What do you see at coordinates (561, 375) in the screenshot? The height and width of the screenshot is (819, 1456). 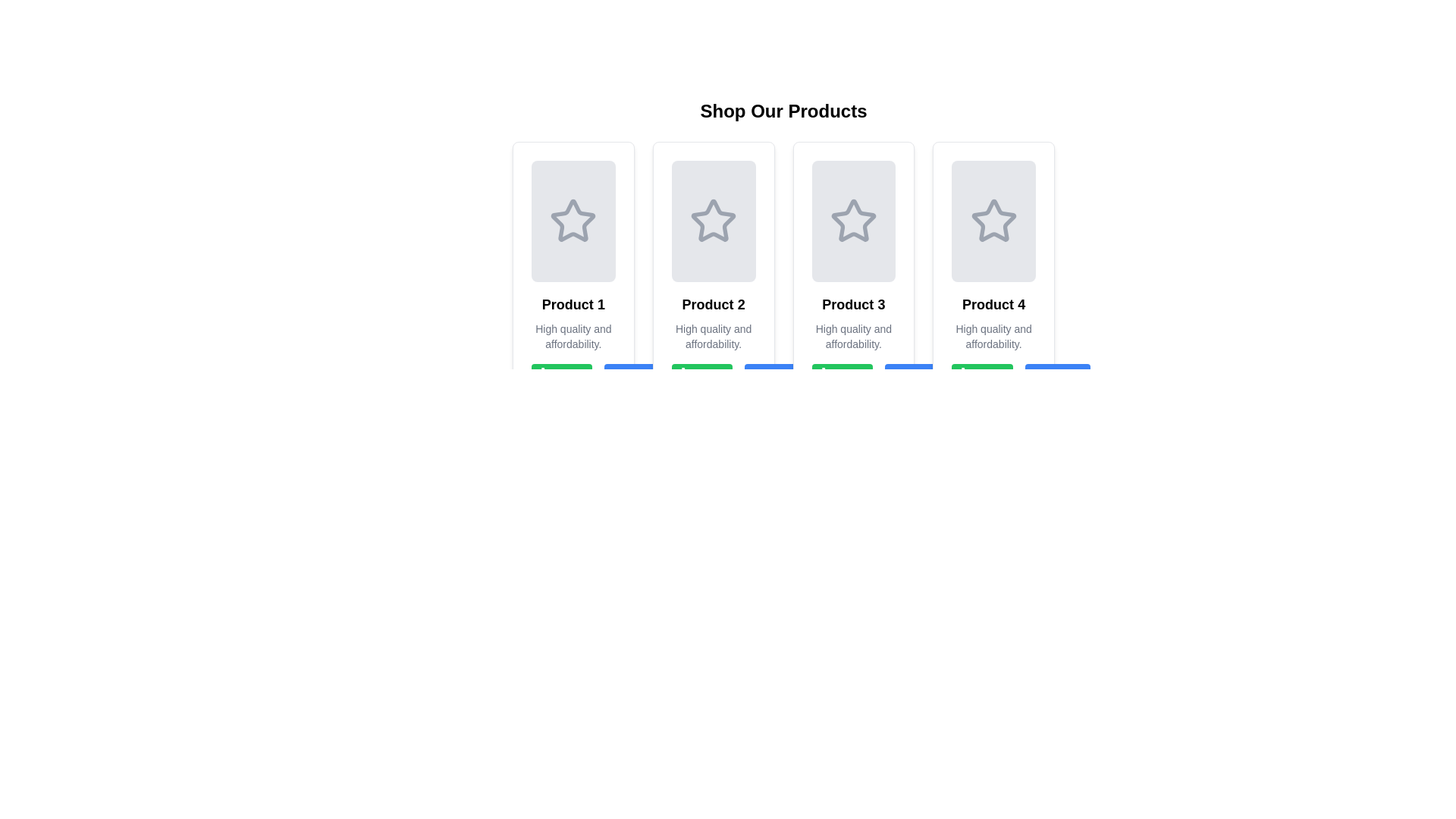 I see `the green 'Add' button with rounded corners and a white 'Add' label for accessibility` at bounding box center [561, 375].